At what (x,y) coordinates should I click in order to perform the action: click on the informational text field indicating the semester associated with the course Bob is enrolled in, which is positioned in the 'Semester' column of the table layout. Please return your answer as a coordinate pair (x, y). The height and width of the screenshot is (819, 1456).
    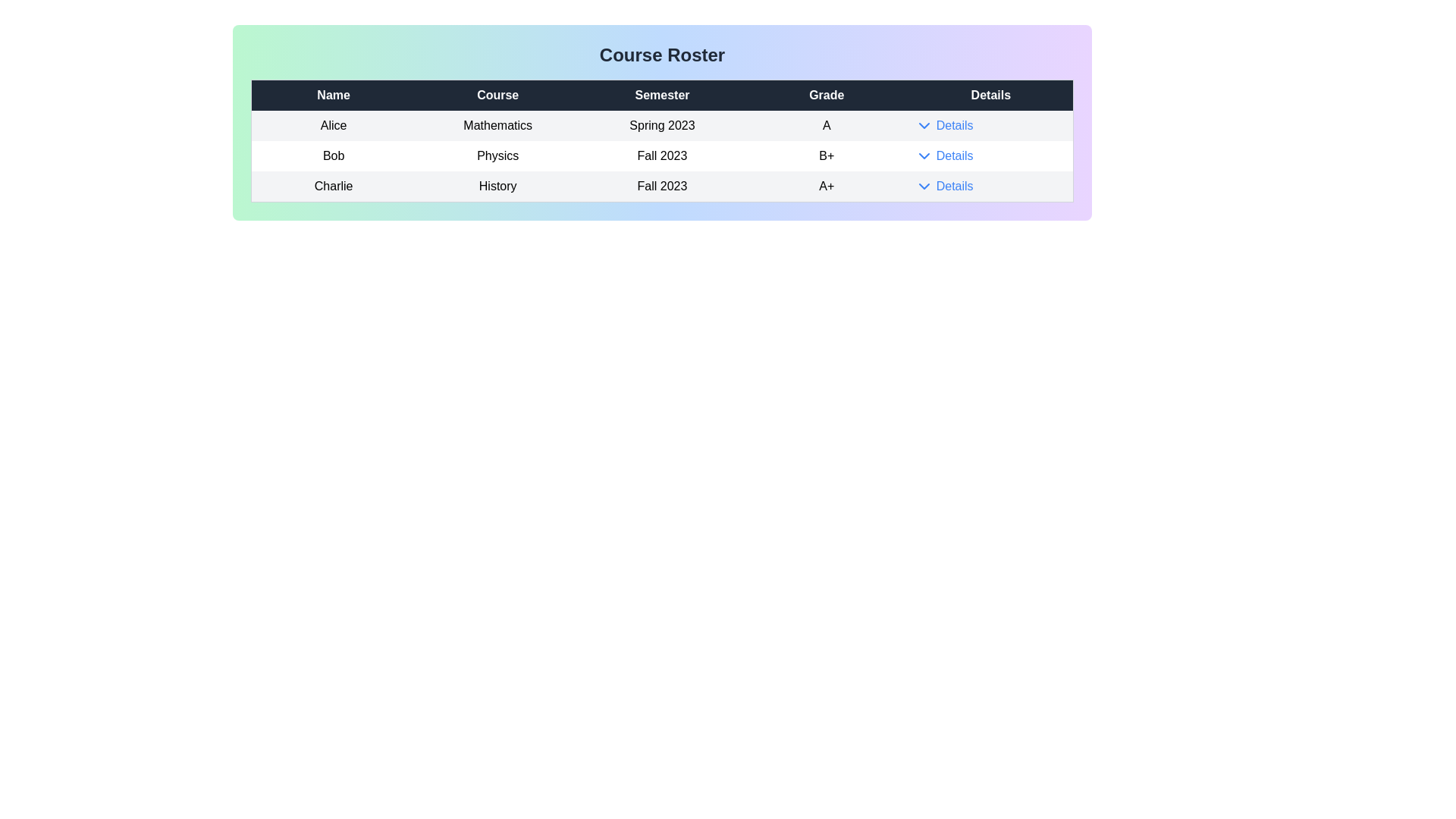
    Looking at the image, I should click on (662, 155).